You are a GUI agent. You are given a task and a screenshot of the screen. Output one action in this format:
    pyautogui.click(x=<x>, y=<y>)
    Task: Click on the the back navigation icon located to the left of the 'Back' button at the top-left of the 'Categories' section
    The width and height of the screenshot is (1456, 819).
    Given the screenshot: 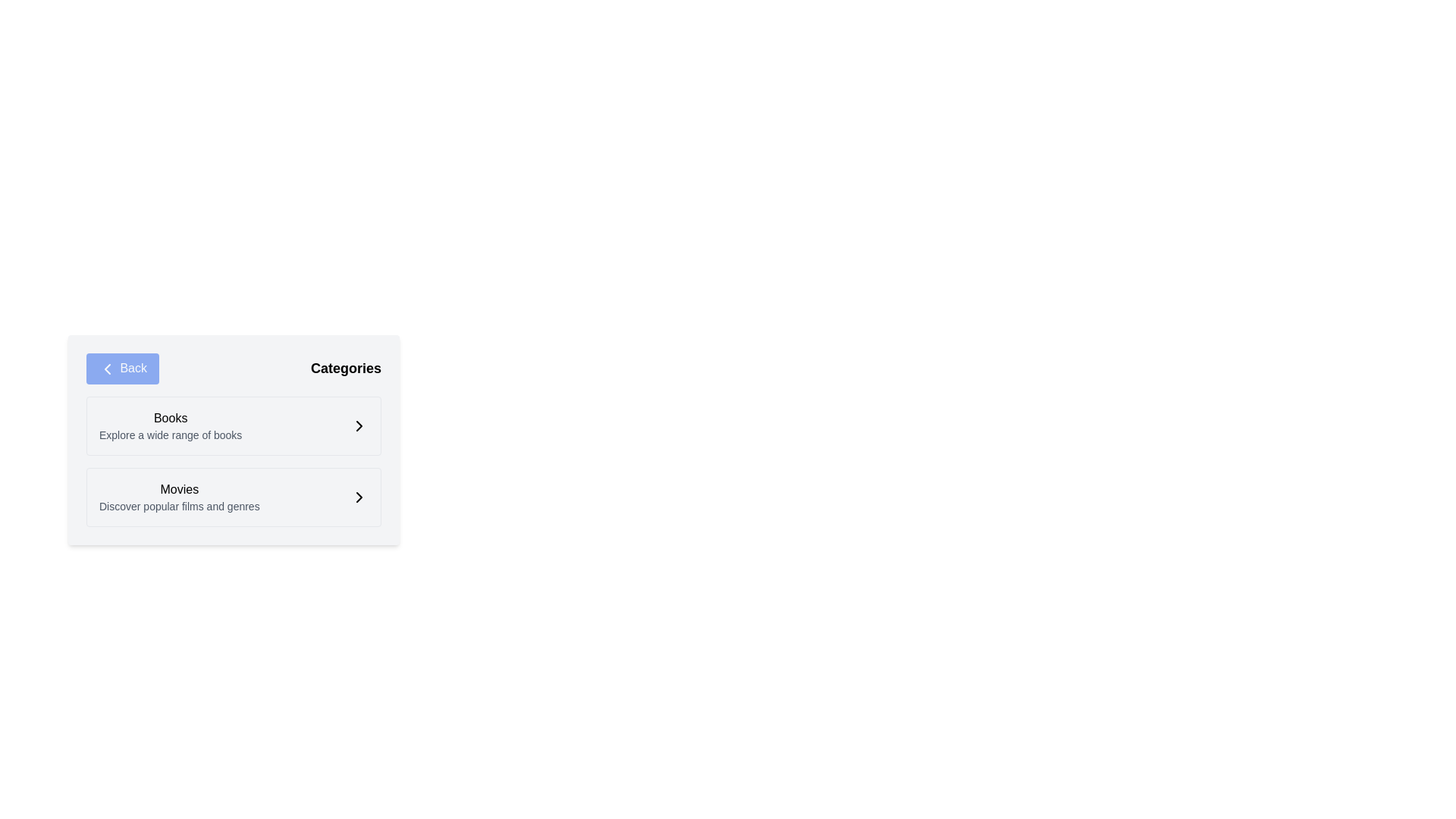 What is the action you would take?
    pyautogui.click(x=107, y=369)
    